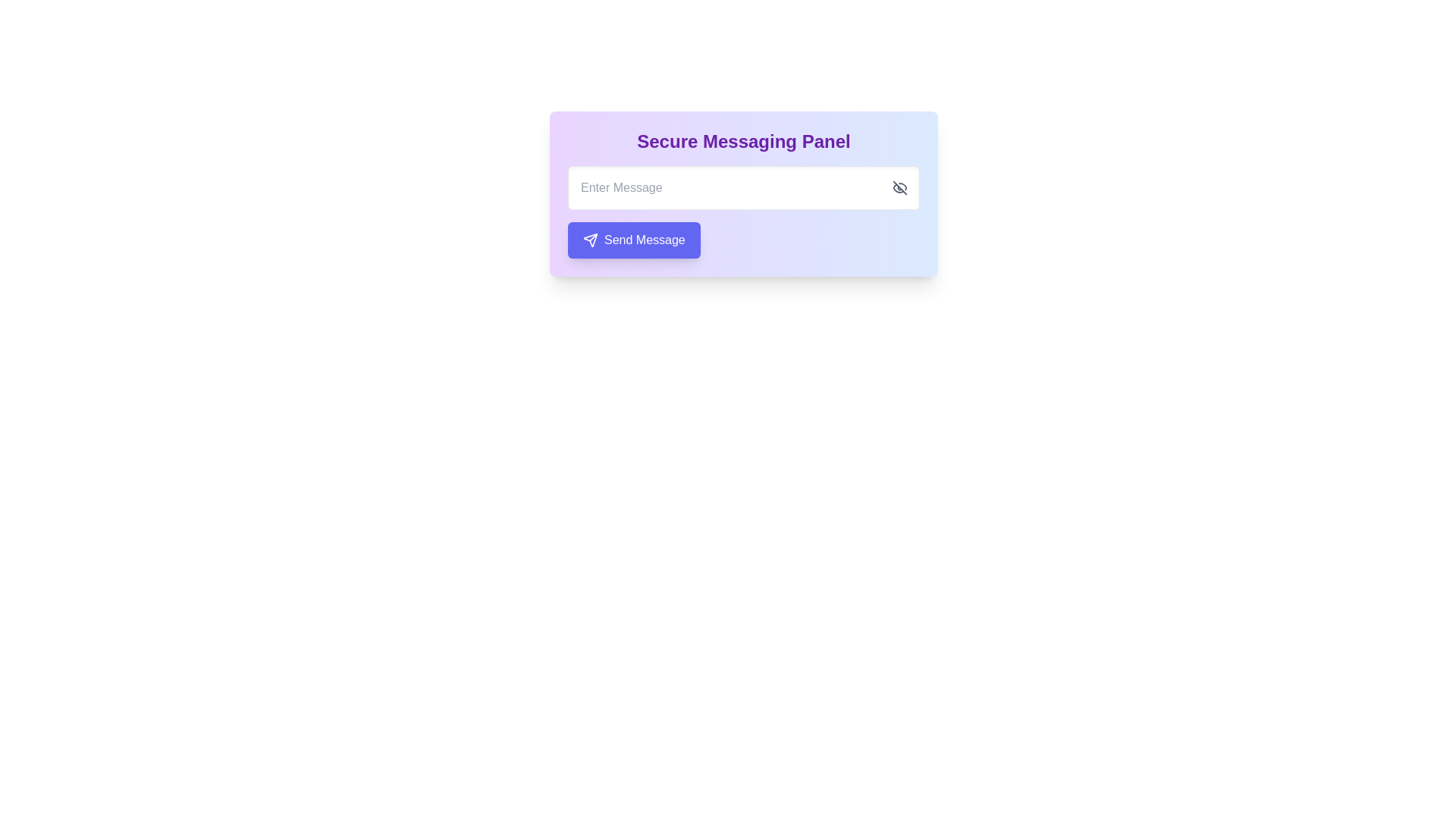 This screenshot has width=1456, height=819. I want to click on the small triangular-shaped icon resembling a paper plane, located inside the 'Send Message' button, so click(589, 239).